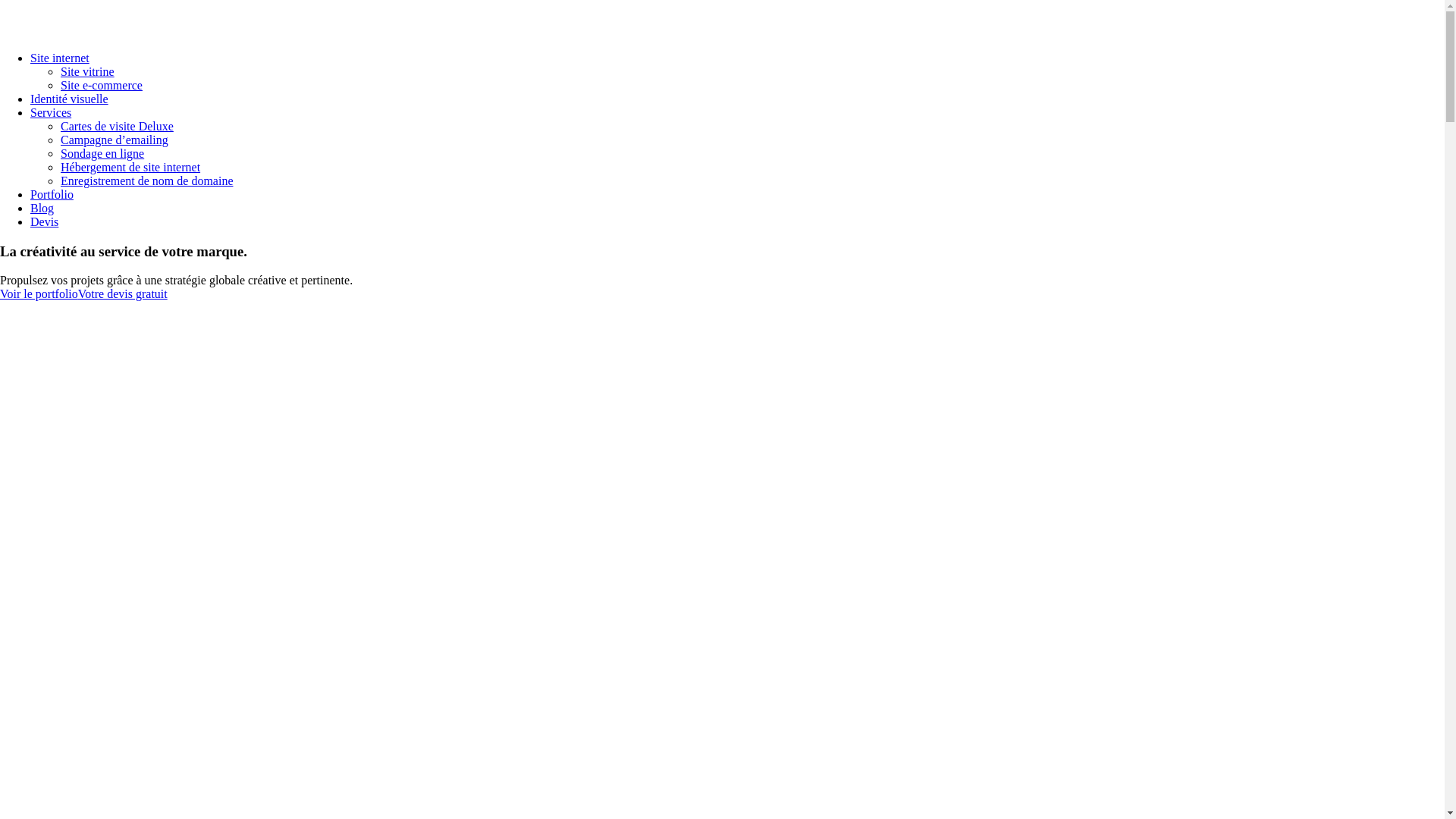 The image size is (1456, 819). What do you see at coordinates (51, 111) in the screenshot?
I see `'Services'` at bounding box center [51, 111].